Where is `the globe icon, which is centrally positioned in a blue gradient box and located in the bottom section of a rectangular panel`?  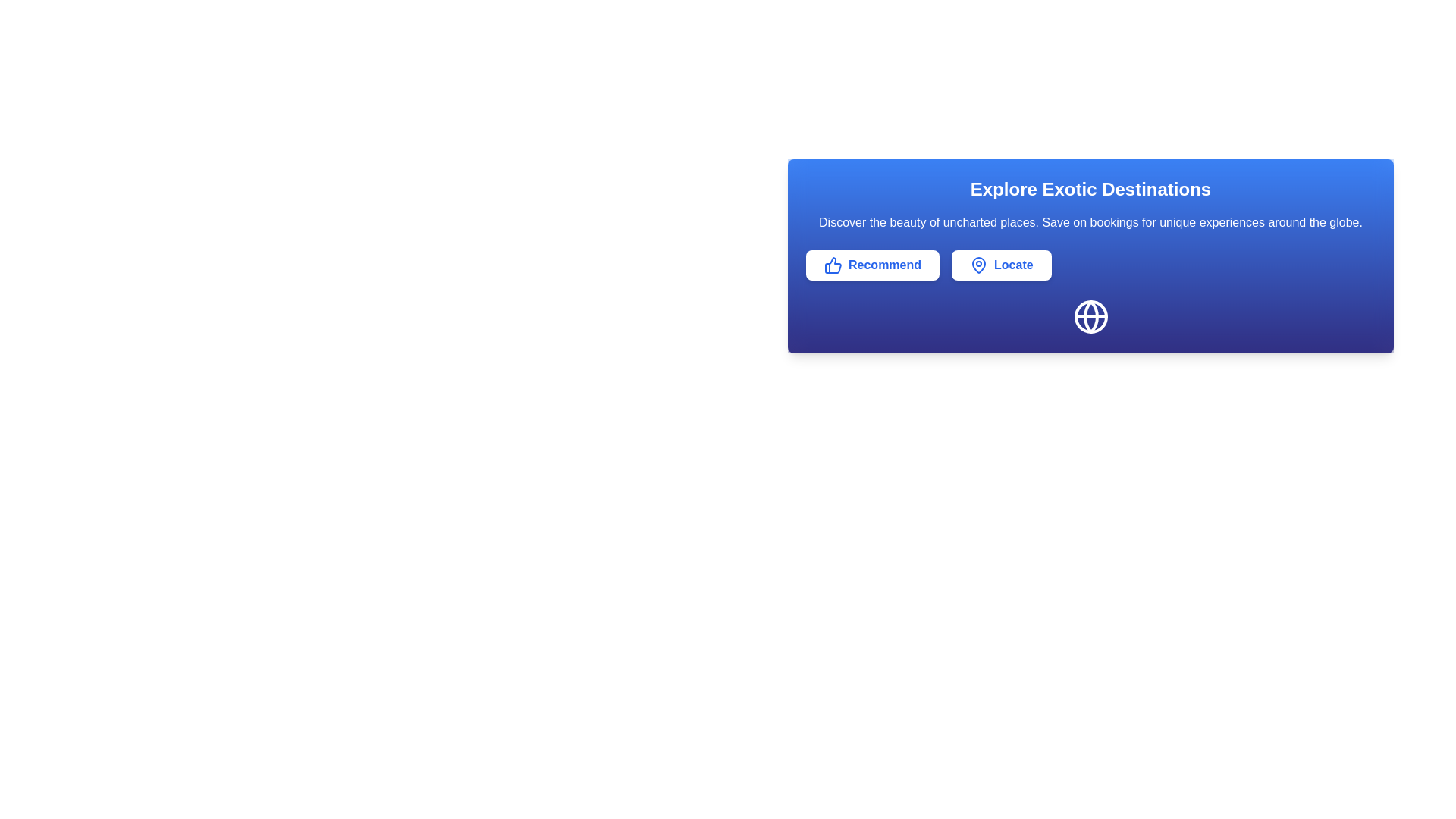 the globe icon, which is centrally positioned in a blue gradient box and located in the bottom section of a rectangular panel is located at coordinates (1090, 315).